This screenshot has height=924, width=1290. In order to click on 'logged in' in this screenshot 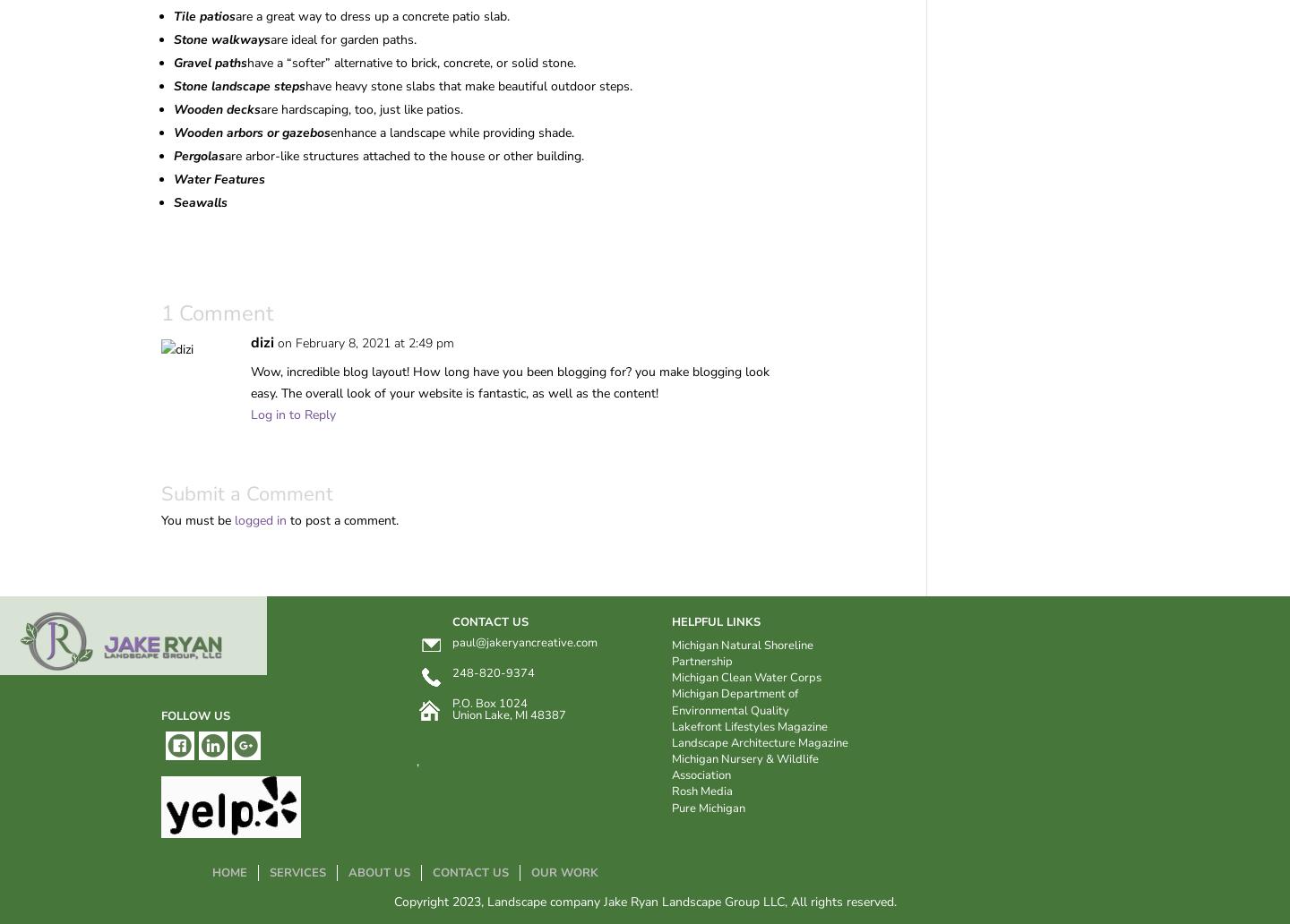, I will do `click(233, 519)`.